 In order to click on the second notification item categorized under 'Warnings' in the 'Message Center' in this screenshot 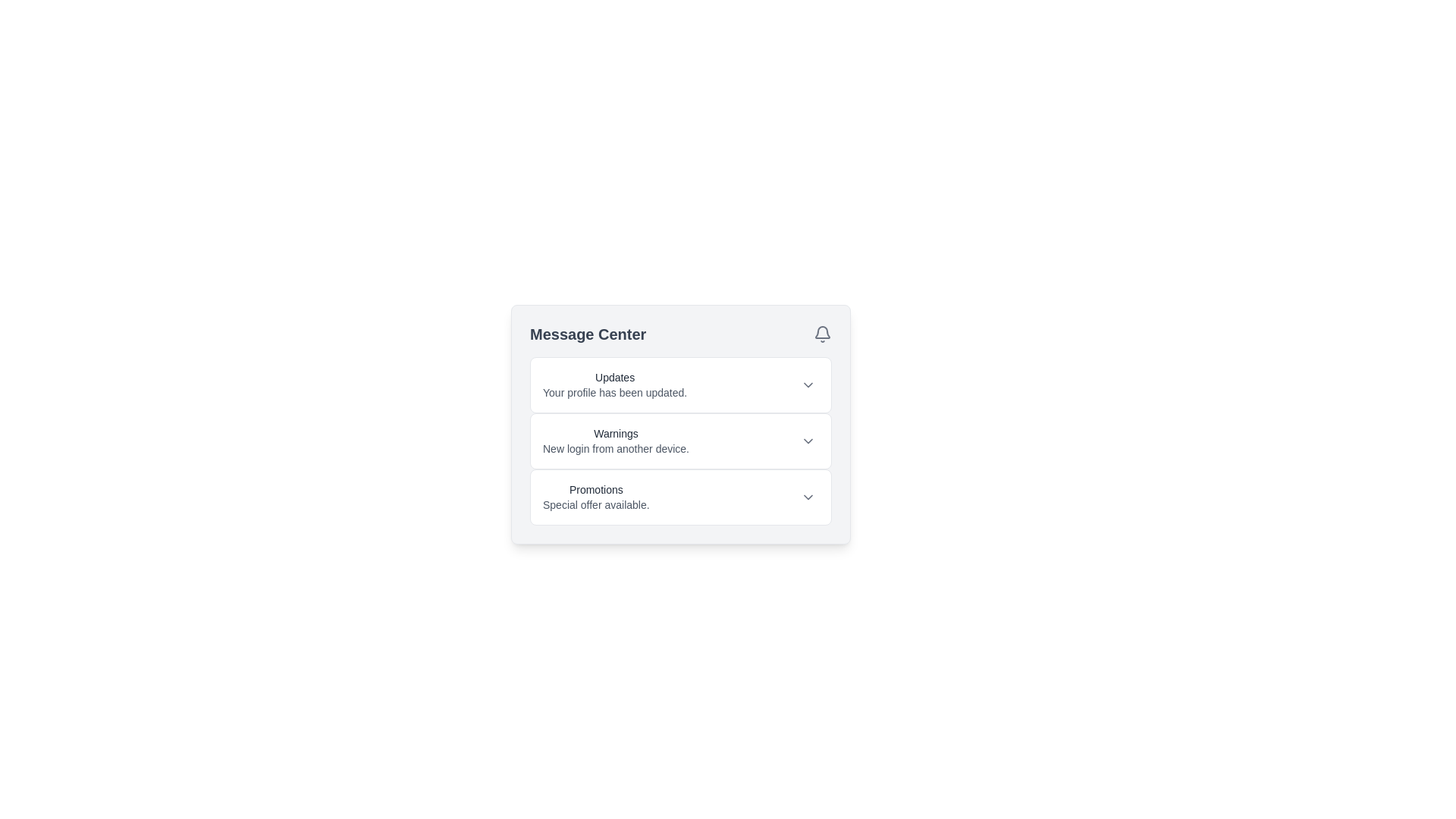, I will do `click(679, 441)`.